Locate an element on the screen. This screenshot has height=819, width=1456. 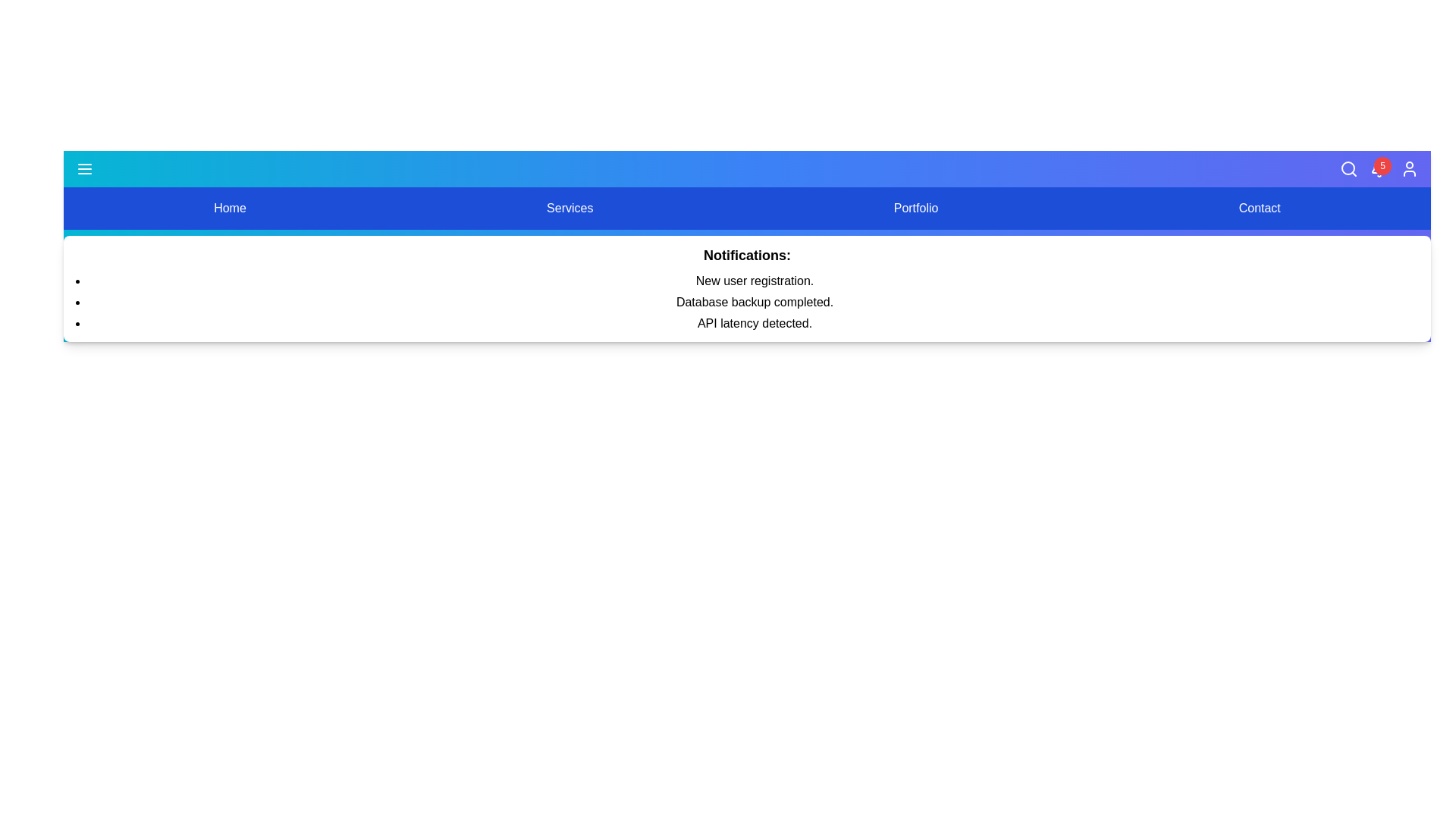
the bell icon button to toggle the notifications panel is located at coordinates (1379, 169).